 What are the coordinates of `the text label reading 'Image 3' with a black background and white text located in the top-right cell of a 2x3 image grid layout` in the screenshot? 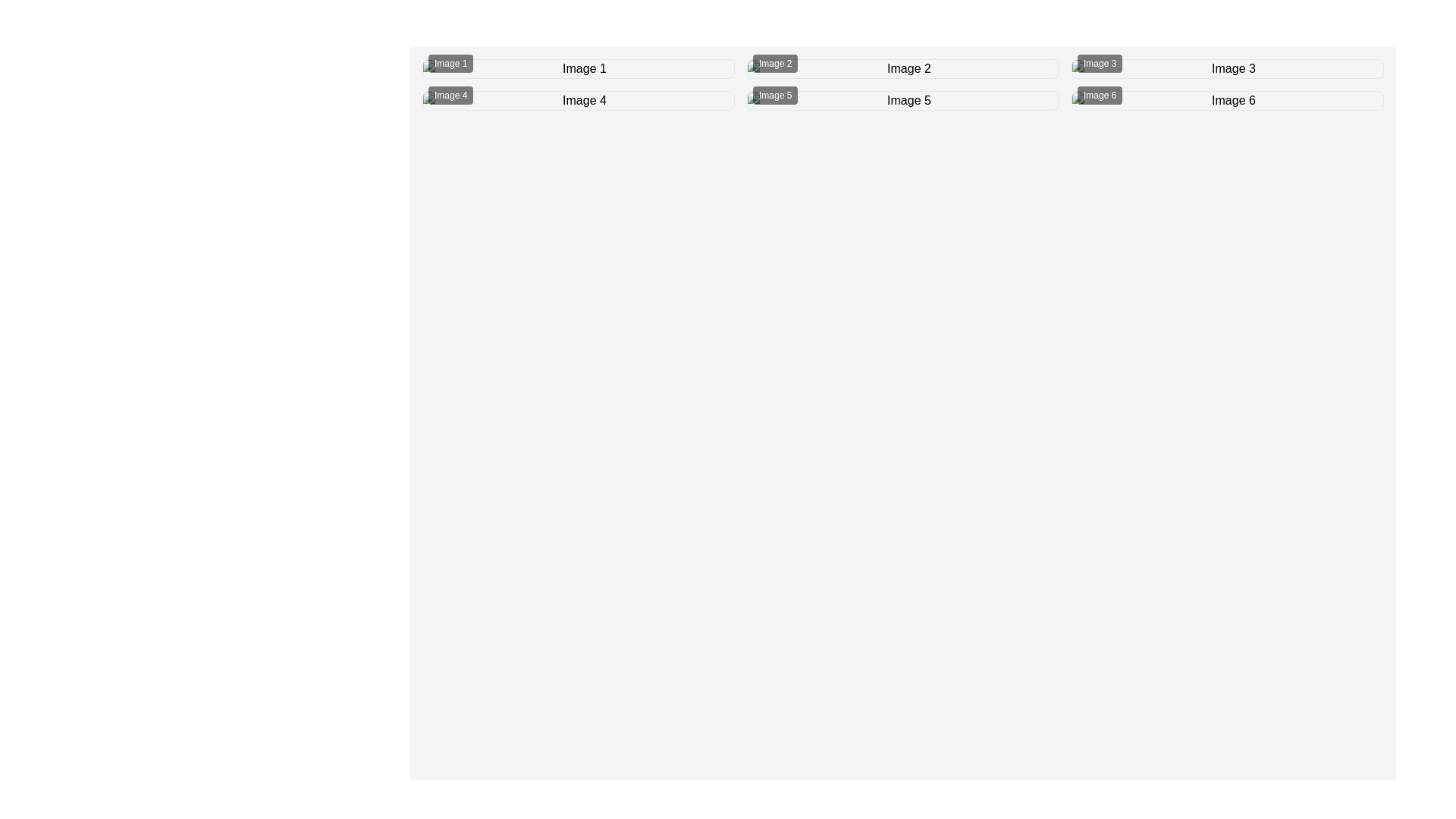 It's located at (1100, 63).